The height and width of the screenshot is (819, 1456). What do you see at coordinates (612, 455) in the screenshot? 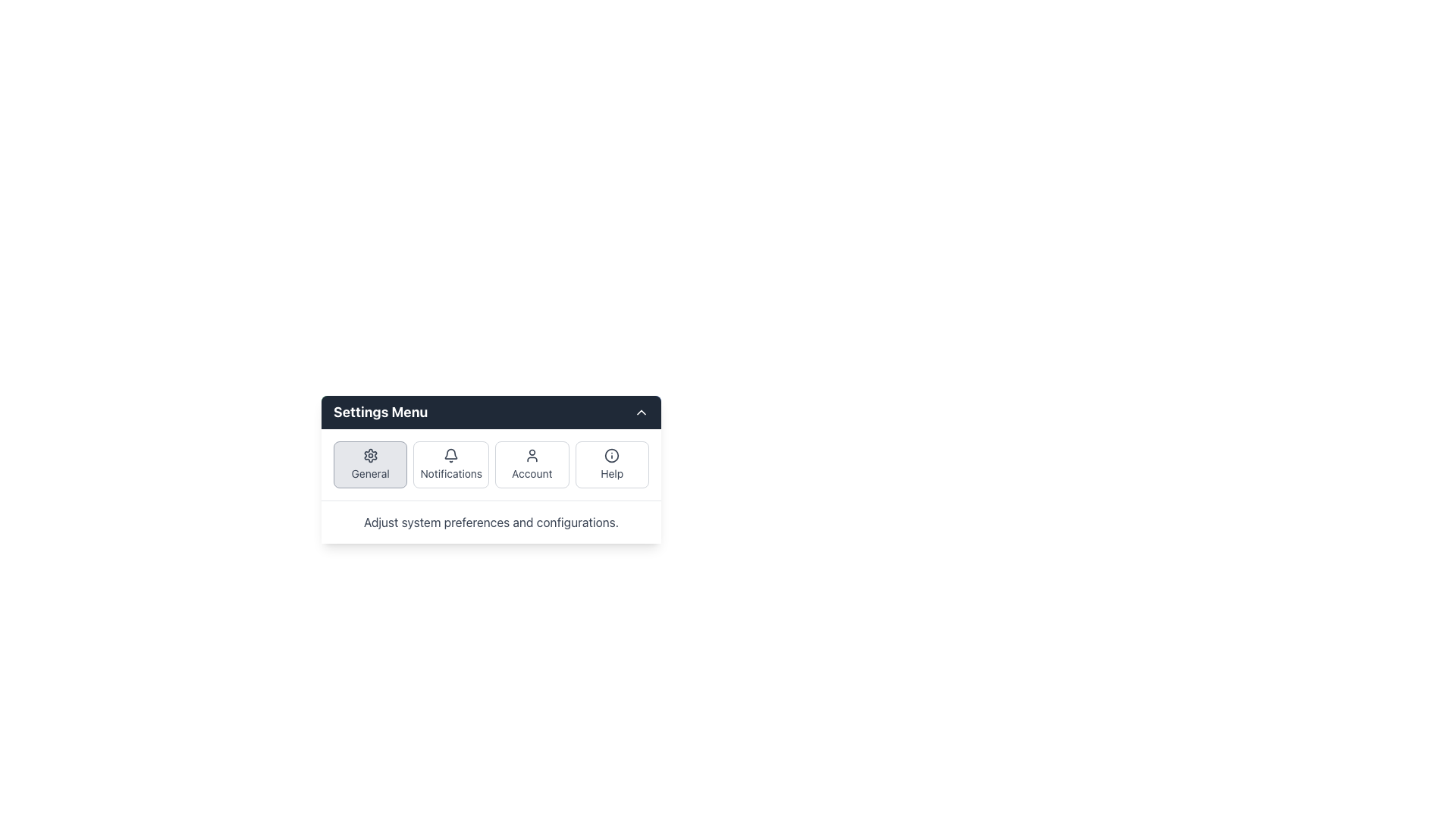
I see `the information icon located in the 'Help' section of the settings menu` at bounding box center [612, 455].